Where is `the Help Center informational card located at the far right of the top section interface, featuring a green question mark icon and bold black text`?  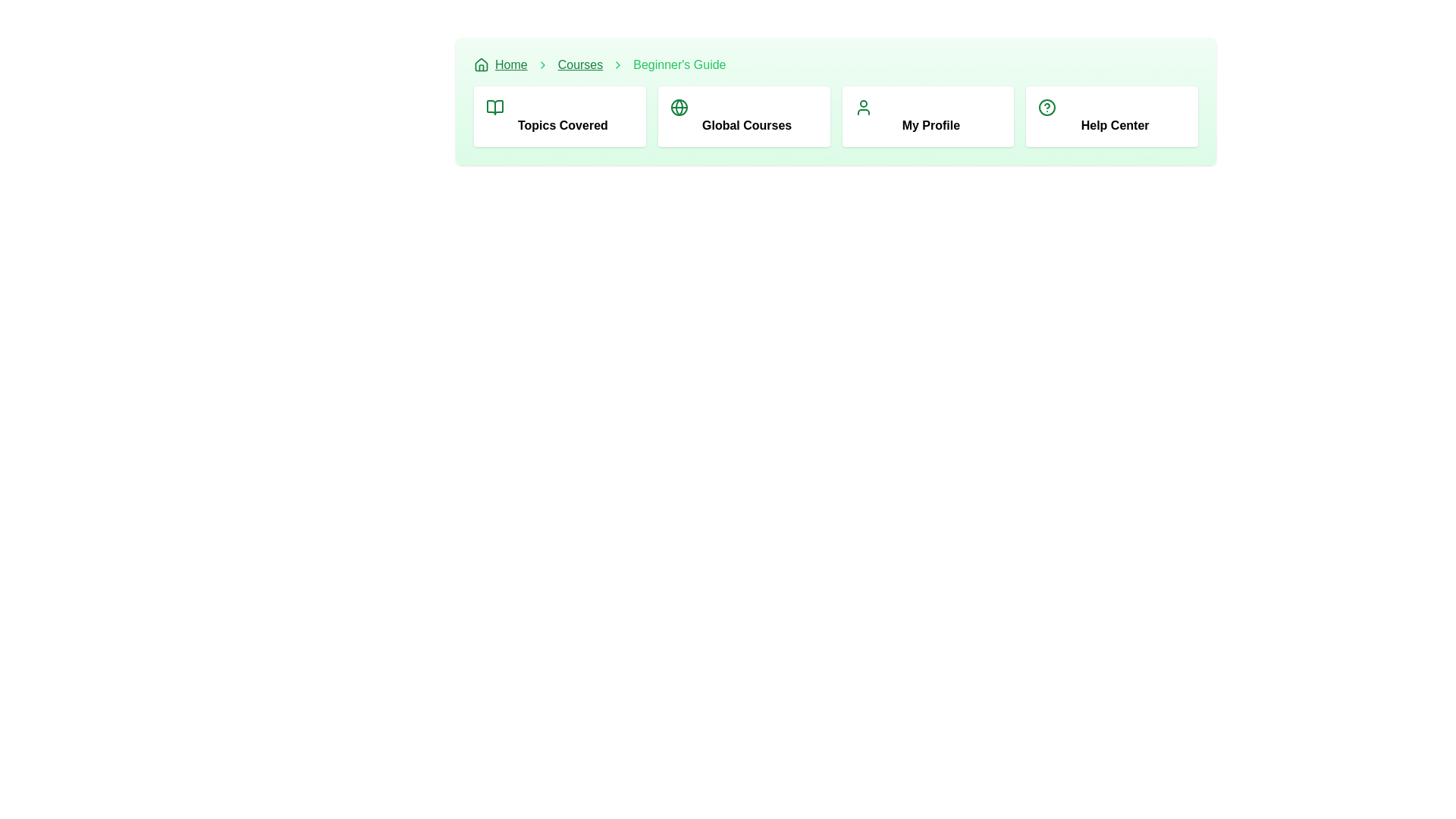 the Help Center informational card located at the far right of the top section interface, featuring a green question mark icon and bold black text is located at coordinates (1112, 116).